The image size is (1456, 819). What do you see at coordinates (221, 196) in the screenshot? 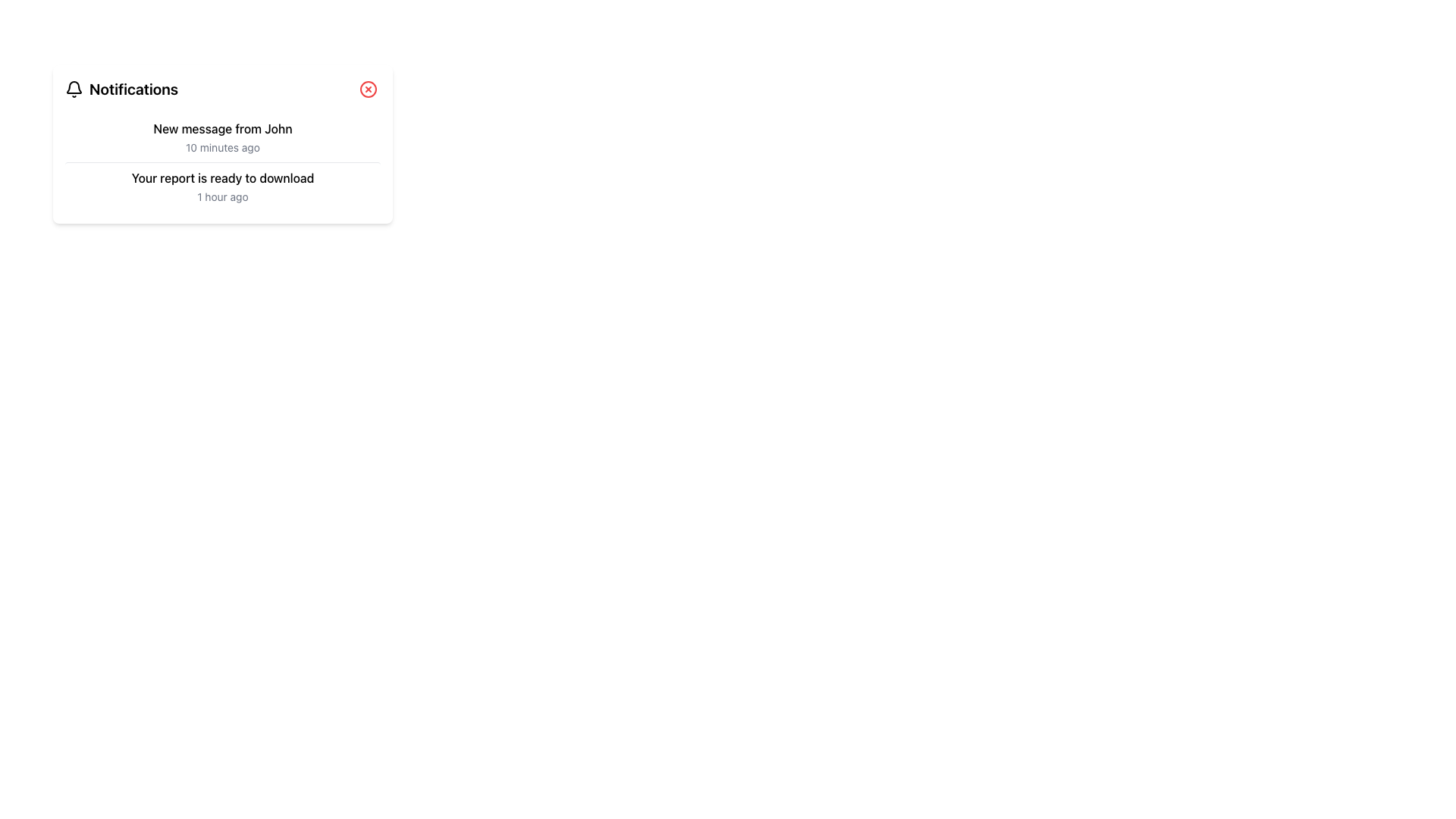
I see `the text label displaying '1 hour ago', which is in a small, gray font located within the notification message card under the text 'Your report is ready to download'` at bounding box center [221, 196].